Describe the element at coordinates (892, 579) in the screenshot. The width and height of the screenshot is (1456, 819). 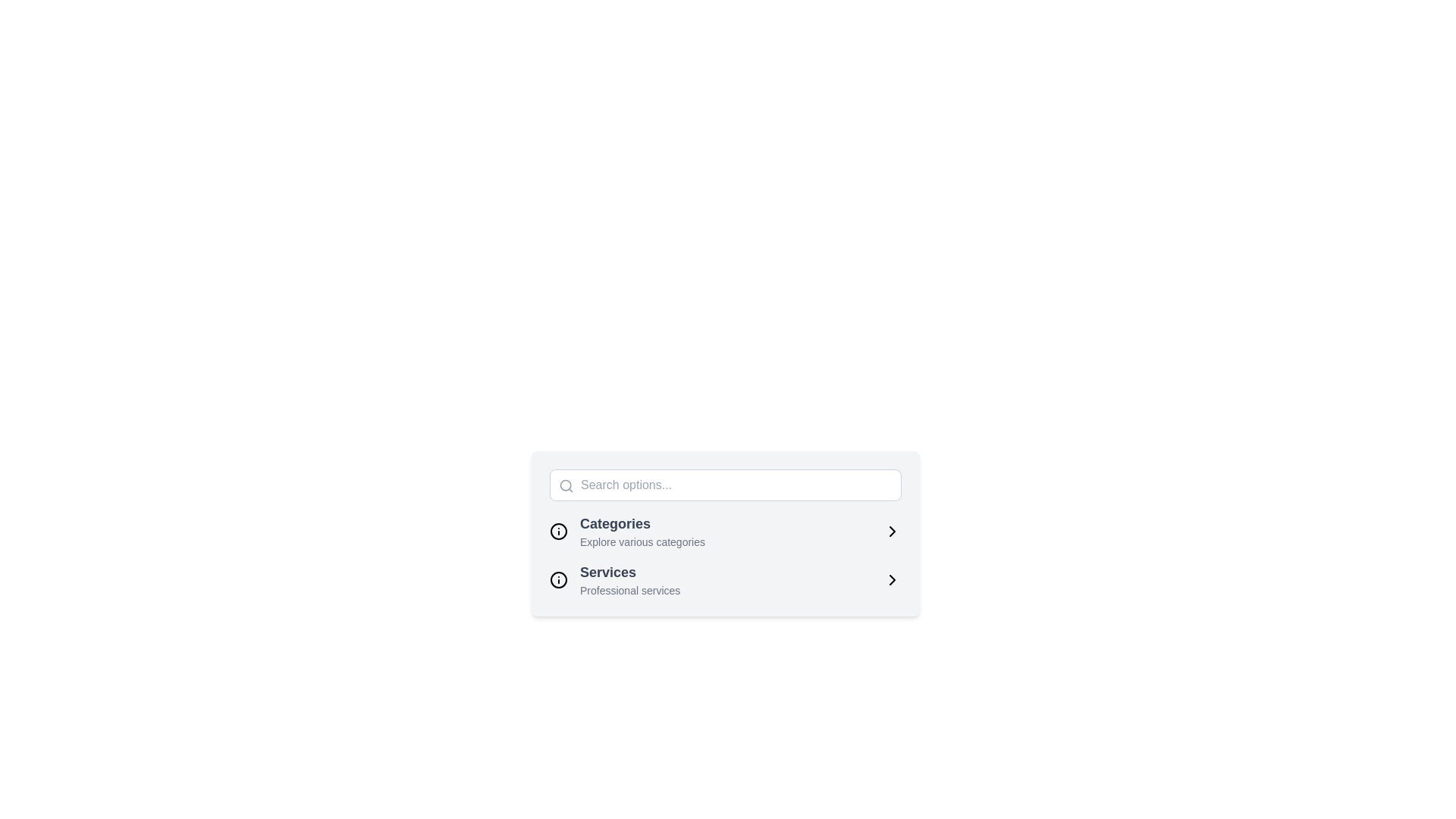
I see `the right-facing chevron icon at the end of the 'Services' entry in the menu` at that location.